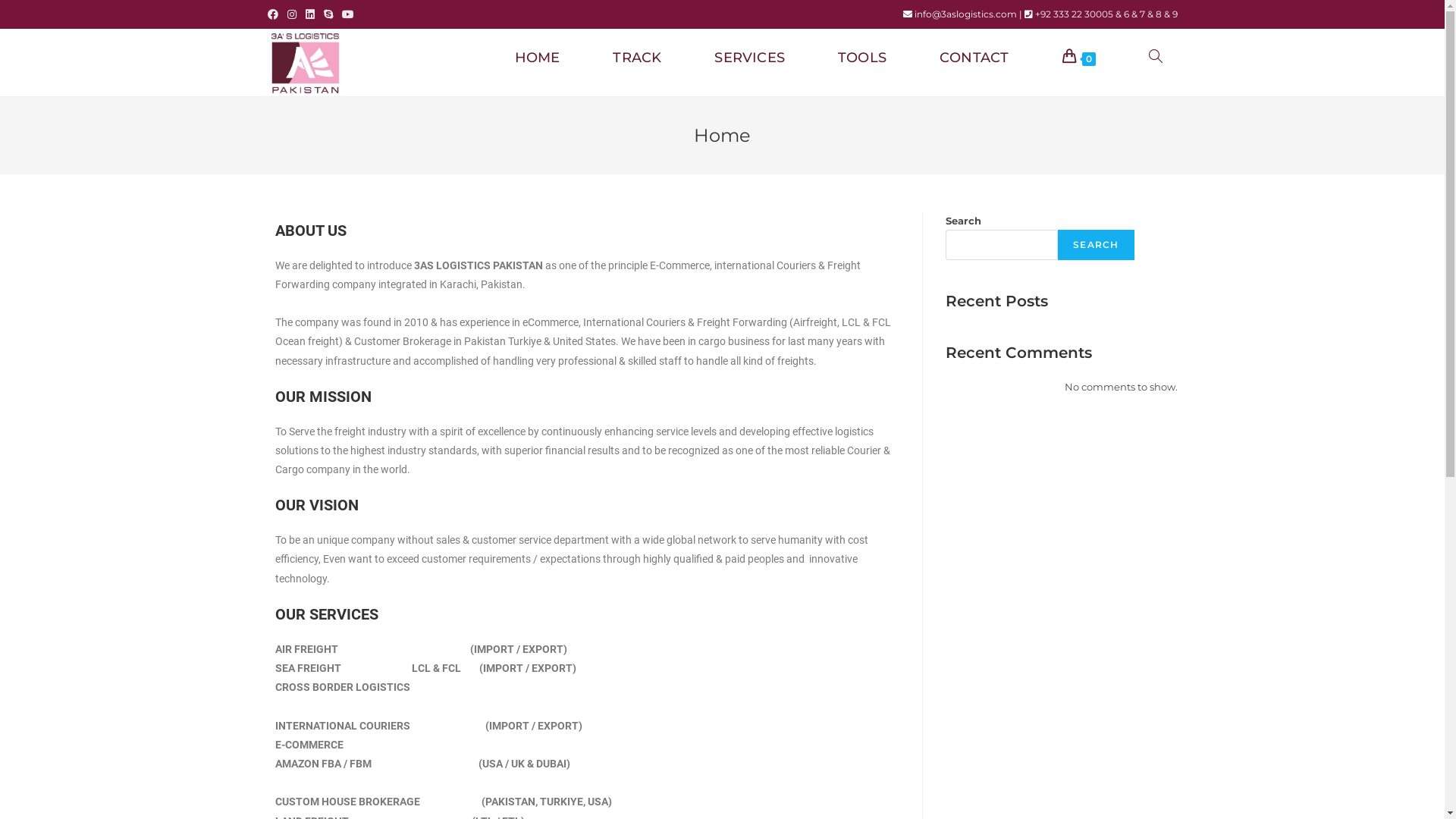 Image resolution: width=1456 pixels, height=819 pixels. I want to click on 'TOOLS', so click(862, 57).